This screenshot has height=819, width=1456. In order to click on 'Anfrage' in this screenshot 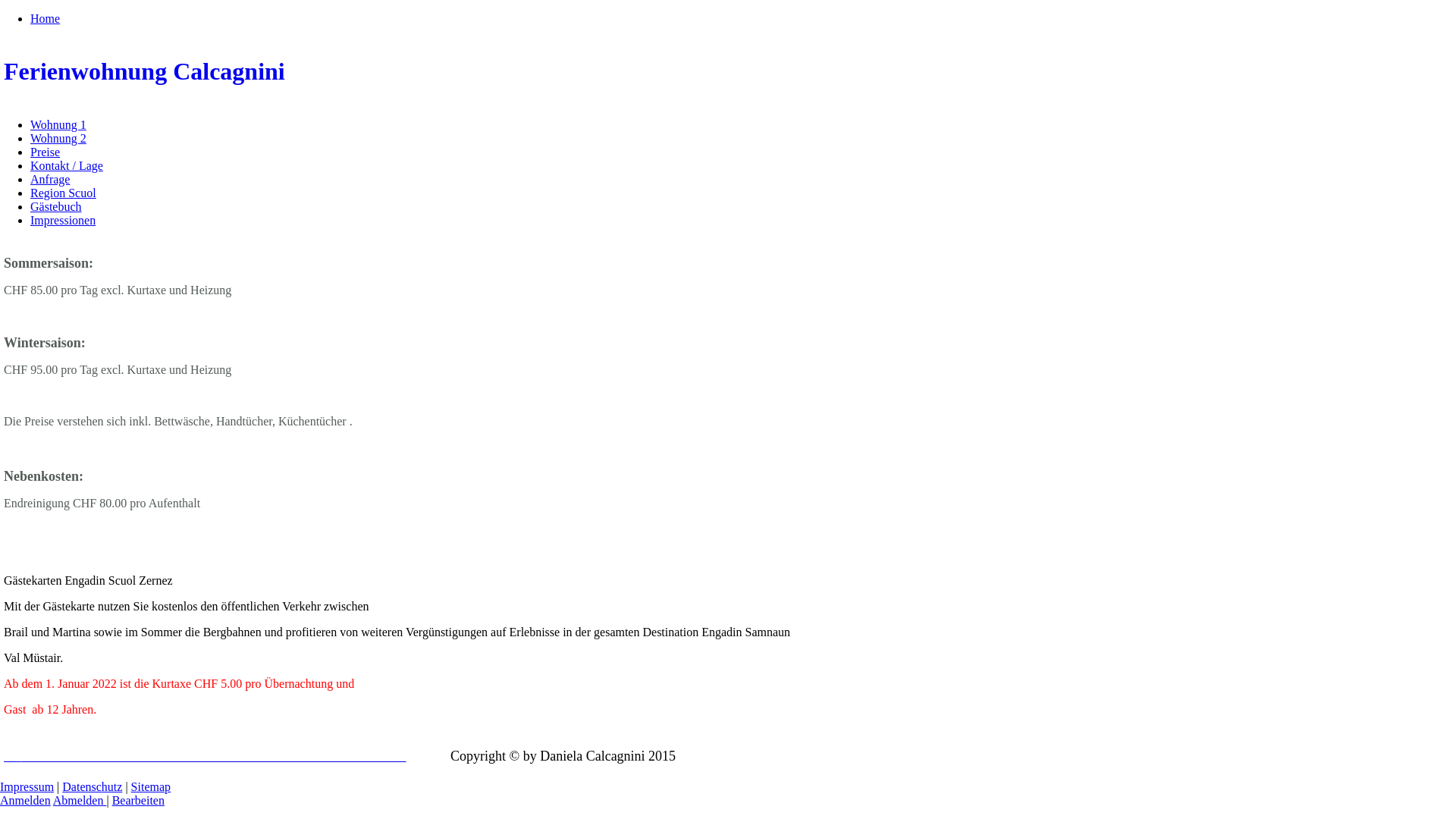, I will do `click(50, 178)`.